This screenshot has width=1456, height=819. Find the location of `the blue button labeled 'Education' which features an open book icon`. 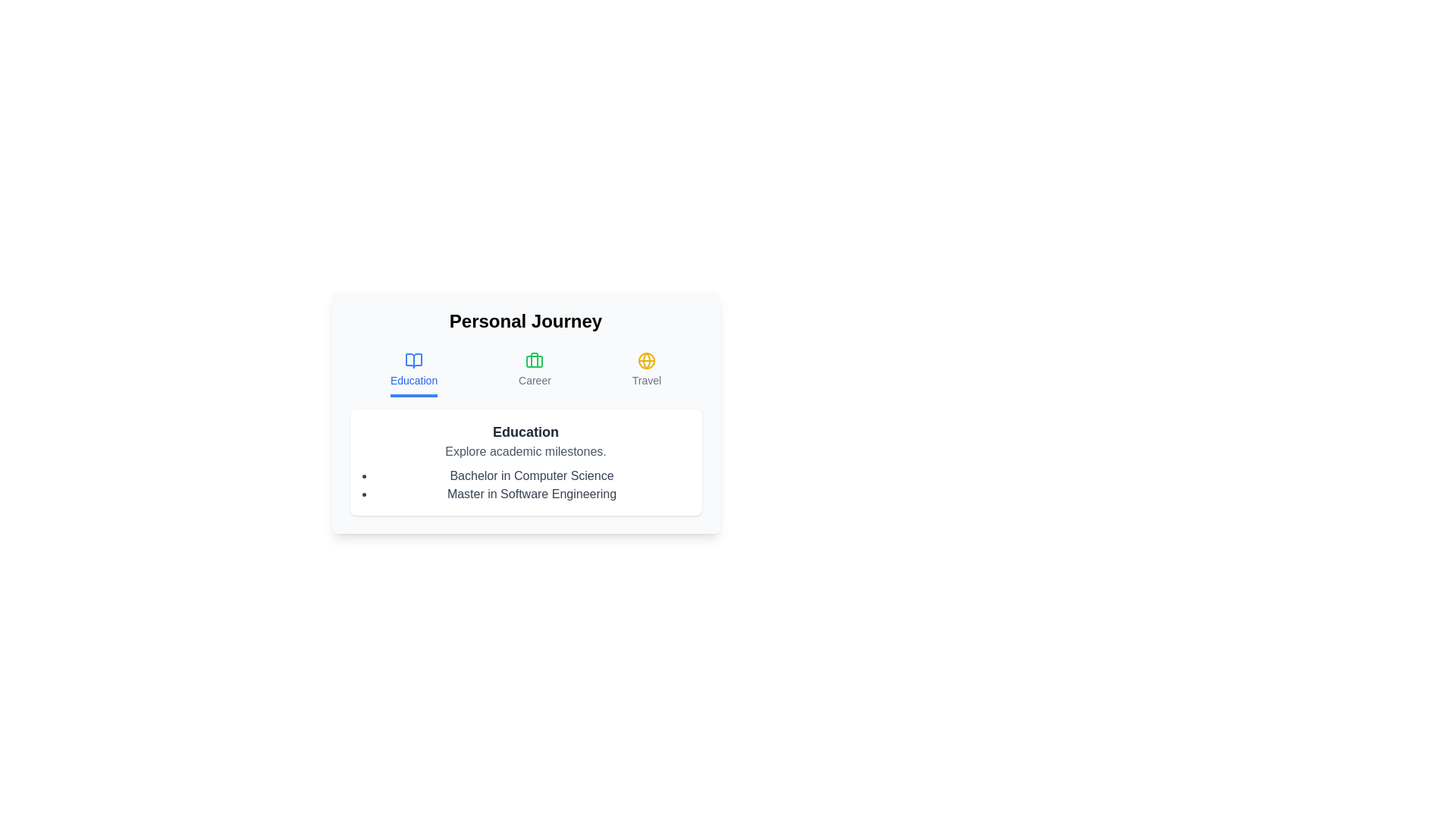

the blue button labeled 'Education' which features an open book icon is located at coordinates (414, 374).